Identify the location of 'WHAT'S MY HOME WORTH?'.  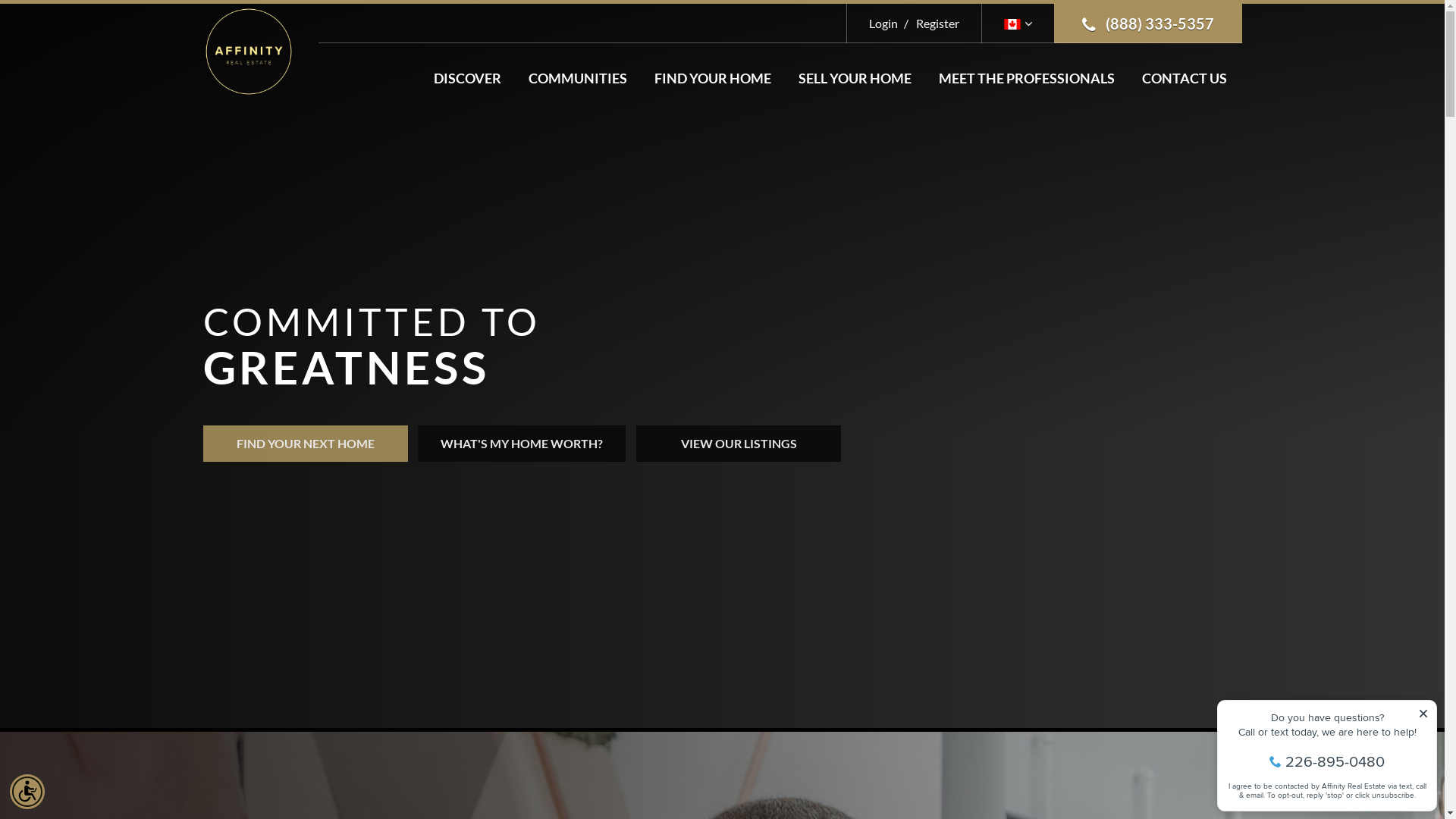
(418, 444).